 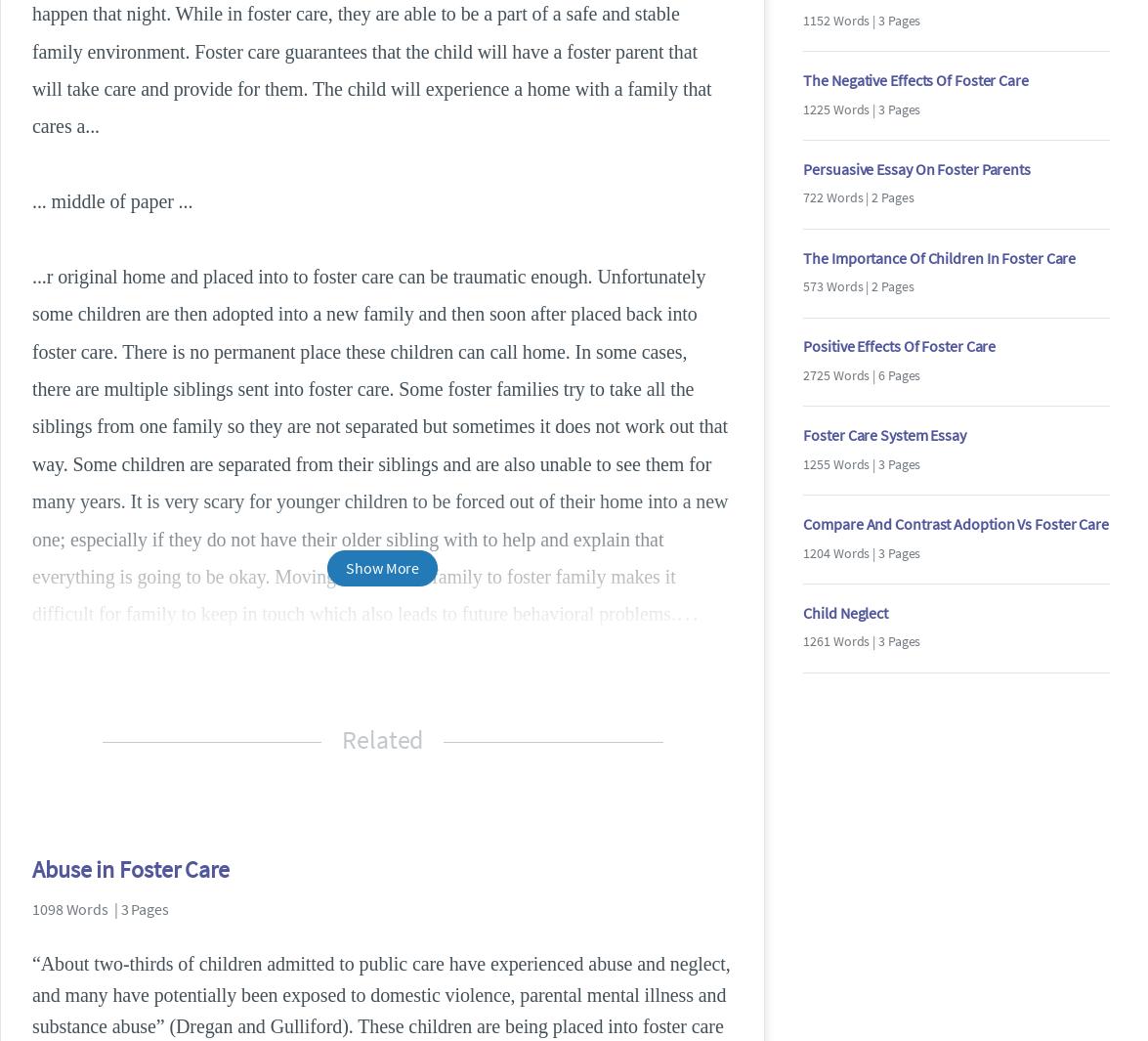 What do you see at coordinates (882, 433) in the screenshot?
I see `'Foster Care System Essay'` at bounding box center [882, 433].